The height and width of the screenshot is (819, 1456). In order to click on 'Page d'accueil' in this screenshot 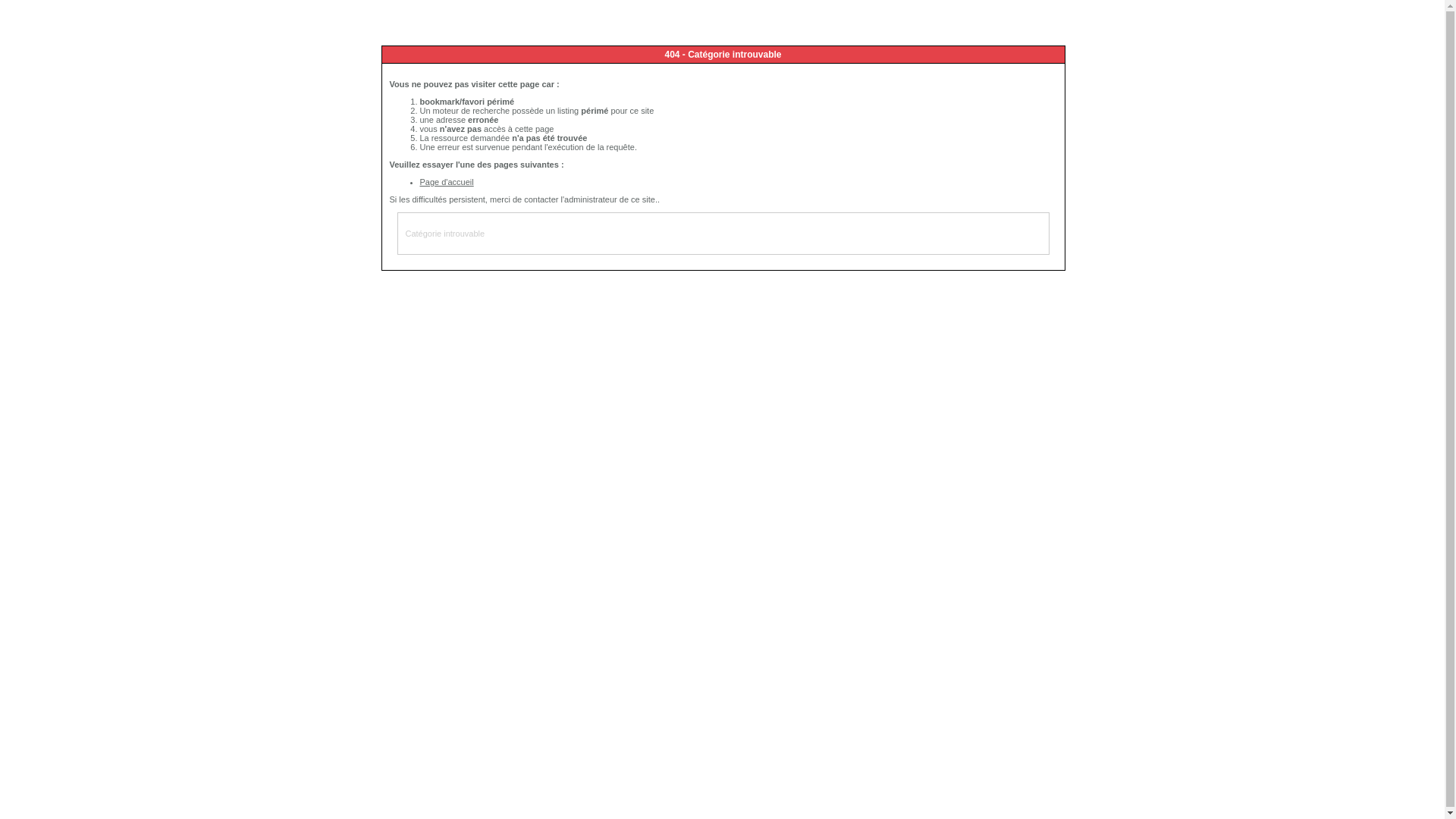, I will do `click(419, 180)`.